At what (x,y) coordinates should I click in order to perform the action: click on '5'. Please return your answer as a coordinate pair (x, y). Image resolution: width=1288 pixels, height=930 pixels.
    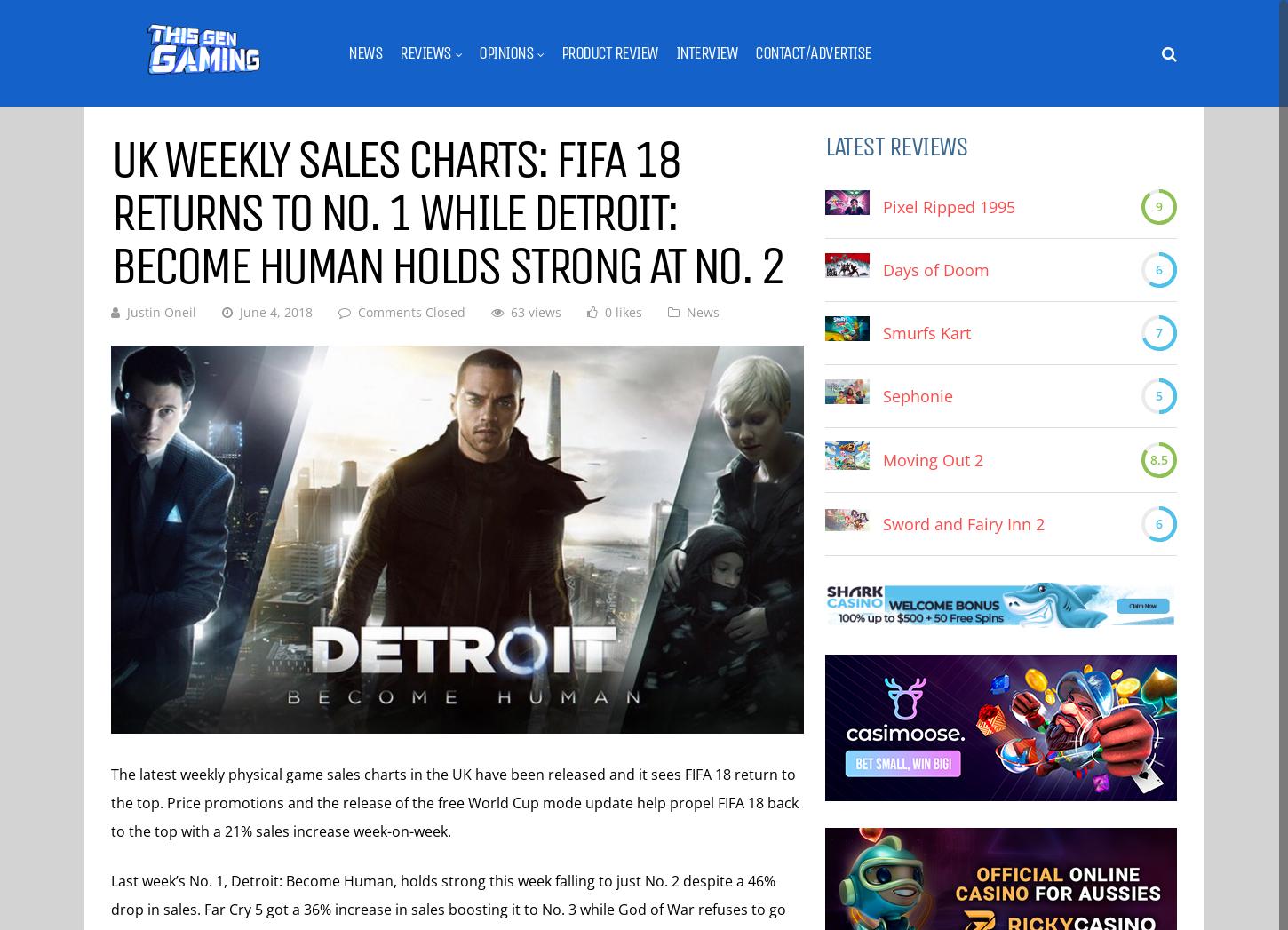
    Looking at the image, I should click on (1159, 395).